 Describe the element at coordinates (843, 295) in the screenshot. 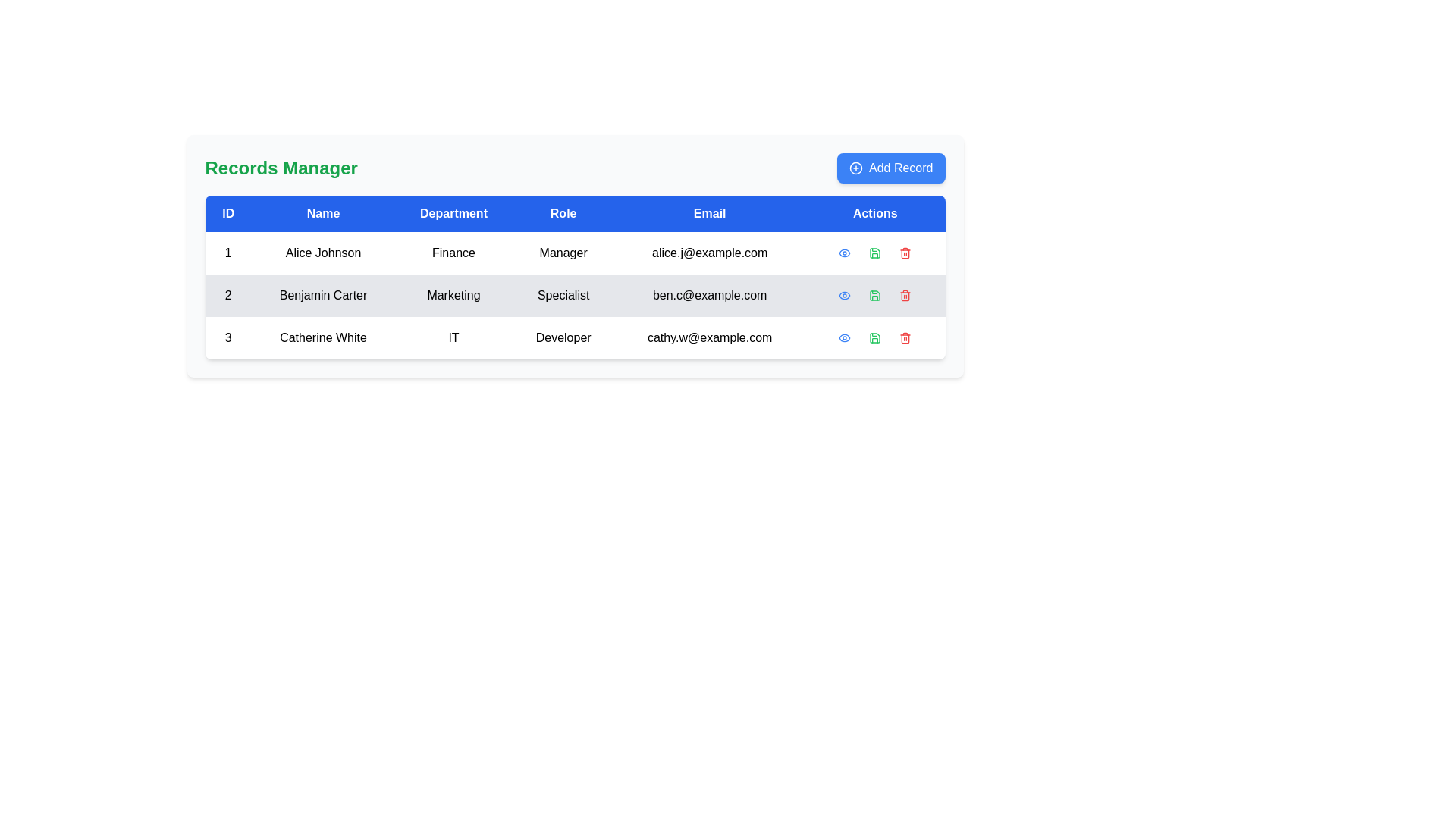

I see `the eye icon button in the 'Actions' column for the 'Specialist' entry corresponding to Benjamin Carter` at that location.